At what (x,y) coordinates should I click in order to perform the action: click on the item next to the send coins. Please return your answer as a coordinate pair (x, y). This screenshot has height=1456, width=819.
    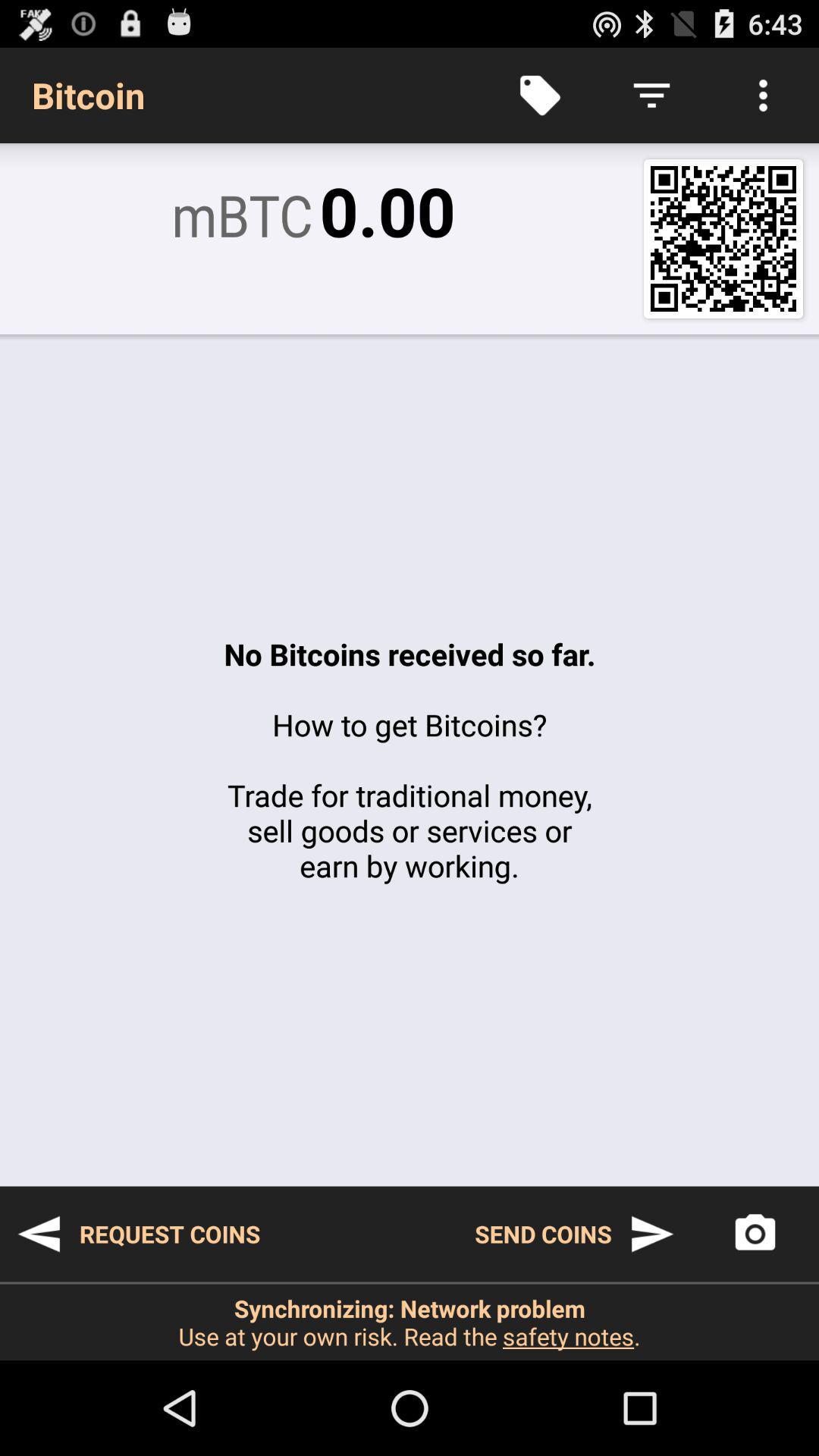
    Looking at the image, I should click on (138, 1234).